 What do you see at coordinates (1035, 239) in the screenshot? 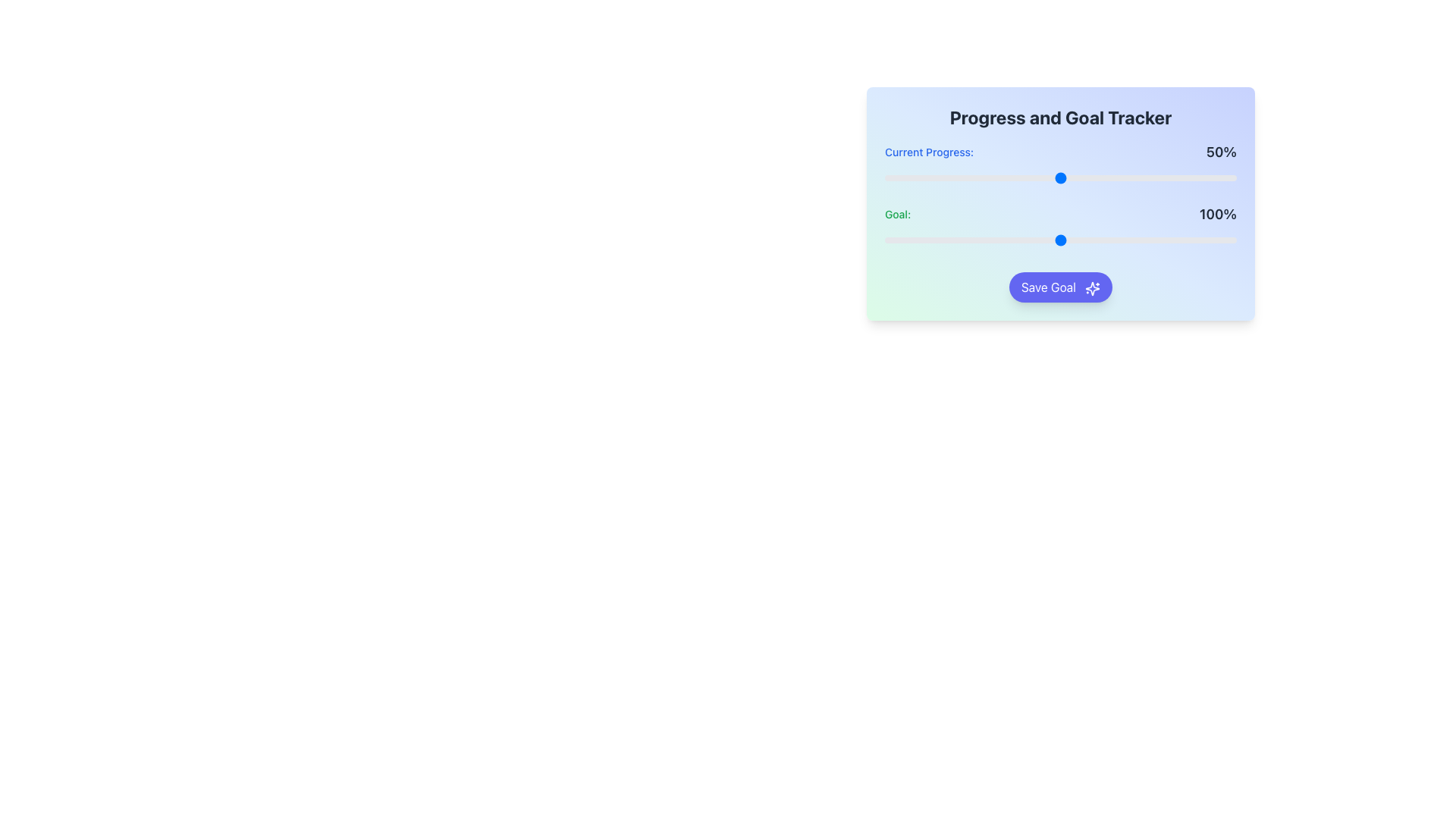
I see `the slider value` at bounding box center [1035, 239].